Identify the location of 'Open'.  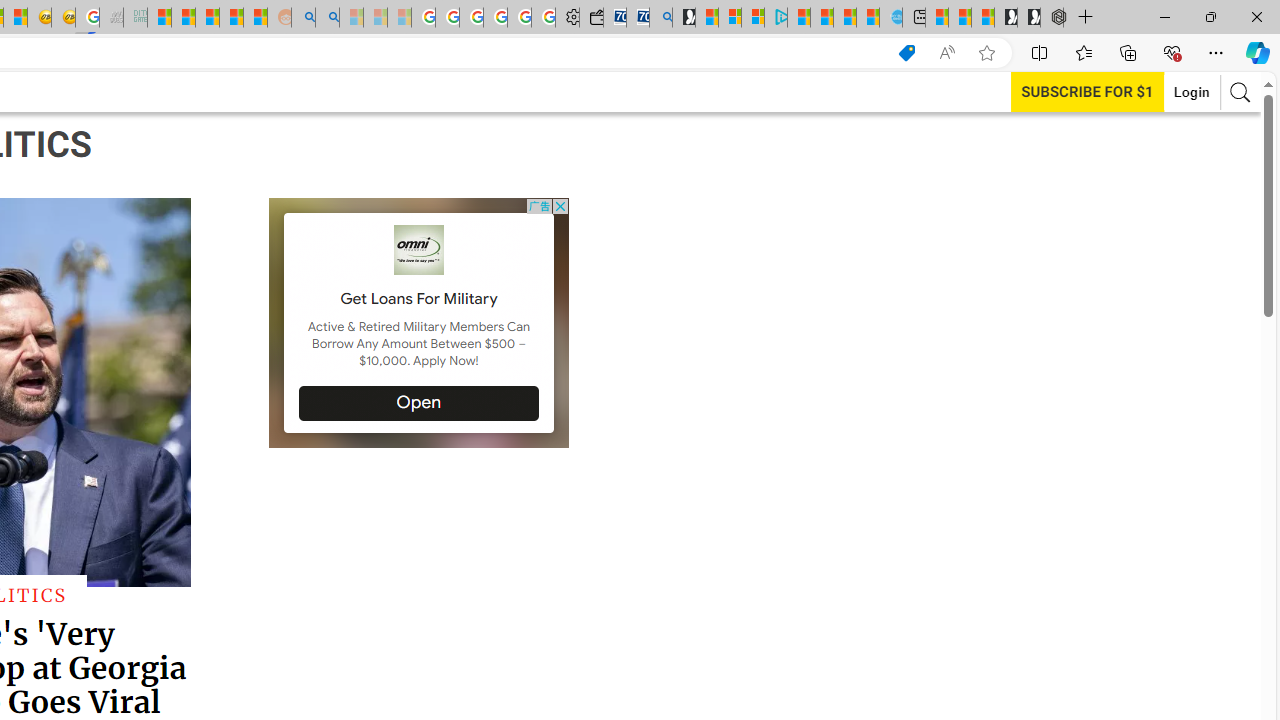
(418, 403).